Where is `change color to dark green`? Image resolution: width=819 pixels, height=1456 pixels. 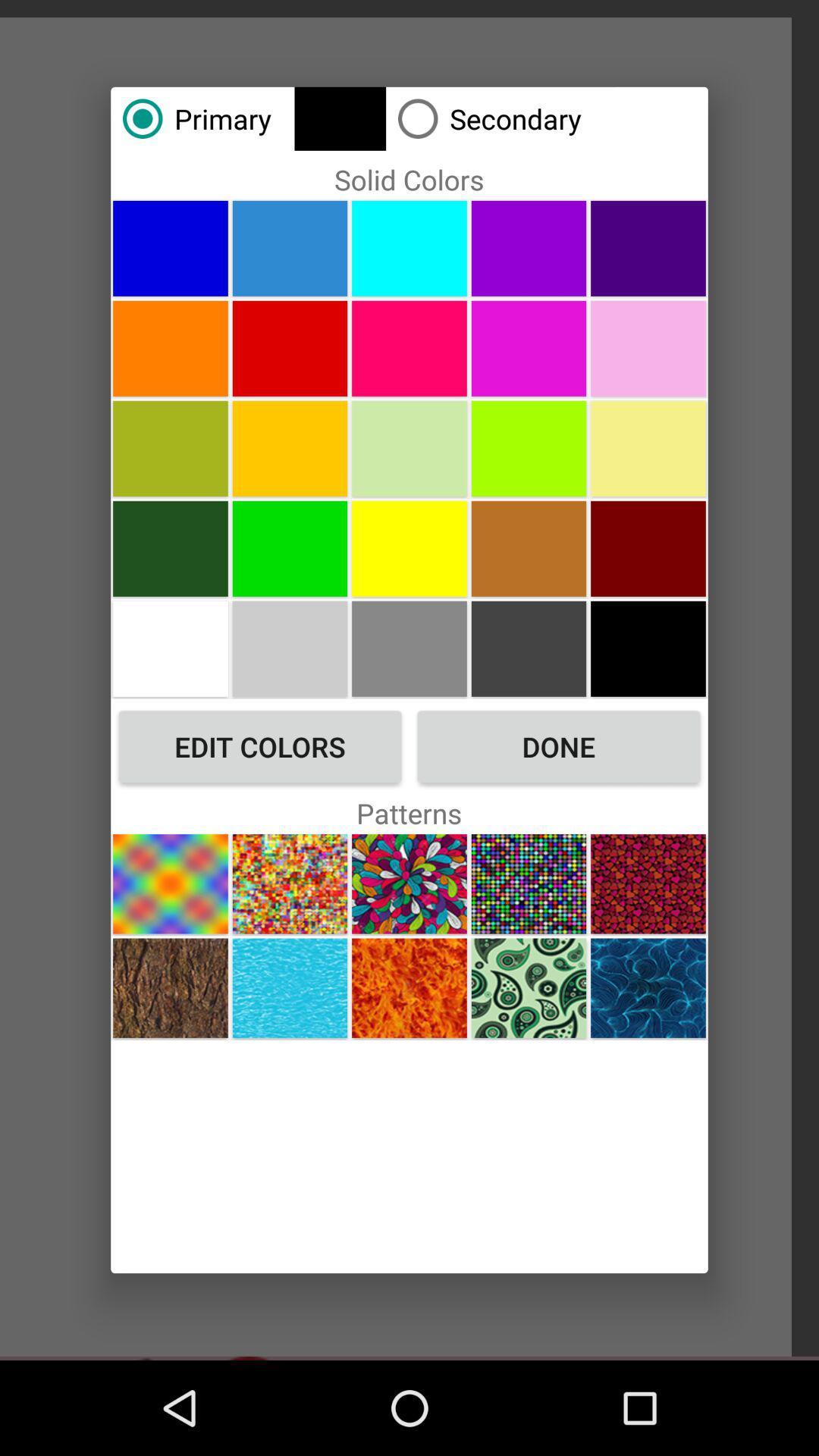
change color to dark green is located at coordinates (170, 548).